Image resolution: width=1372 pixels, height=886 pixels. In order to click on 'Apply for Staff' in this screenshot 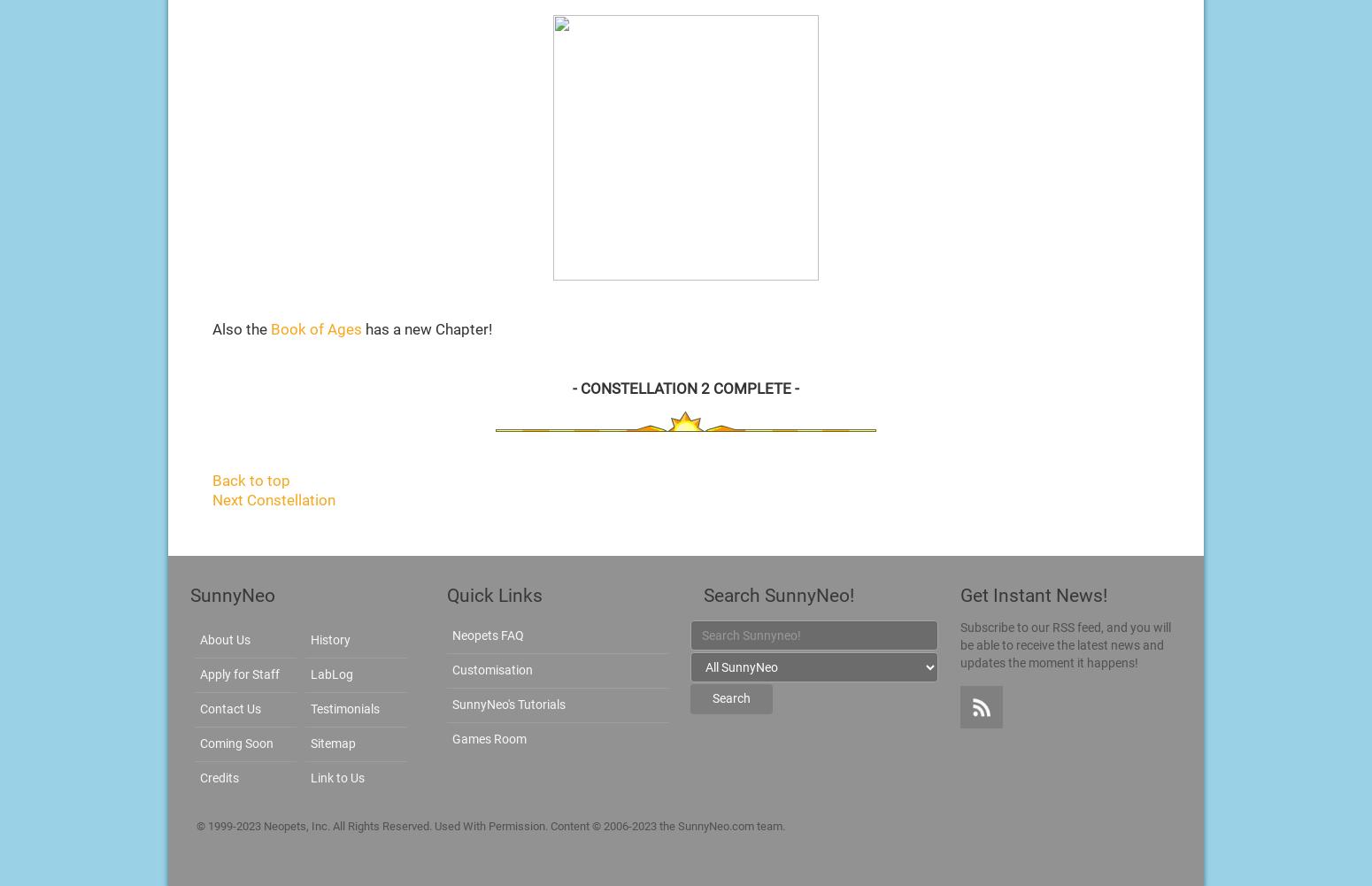, I will do `click(198, 674)`.